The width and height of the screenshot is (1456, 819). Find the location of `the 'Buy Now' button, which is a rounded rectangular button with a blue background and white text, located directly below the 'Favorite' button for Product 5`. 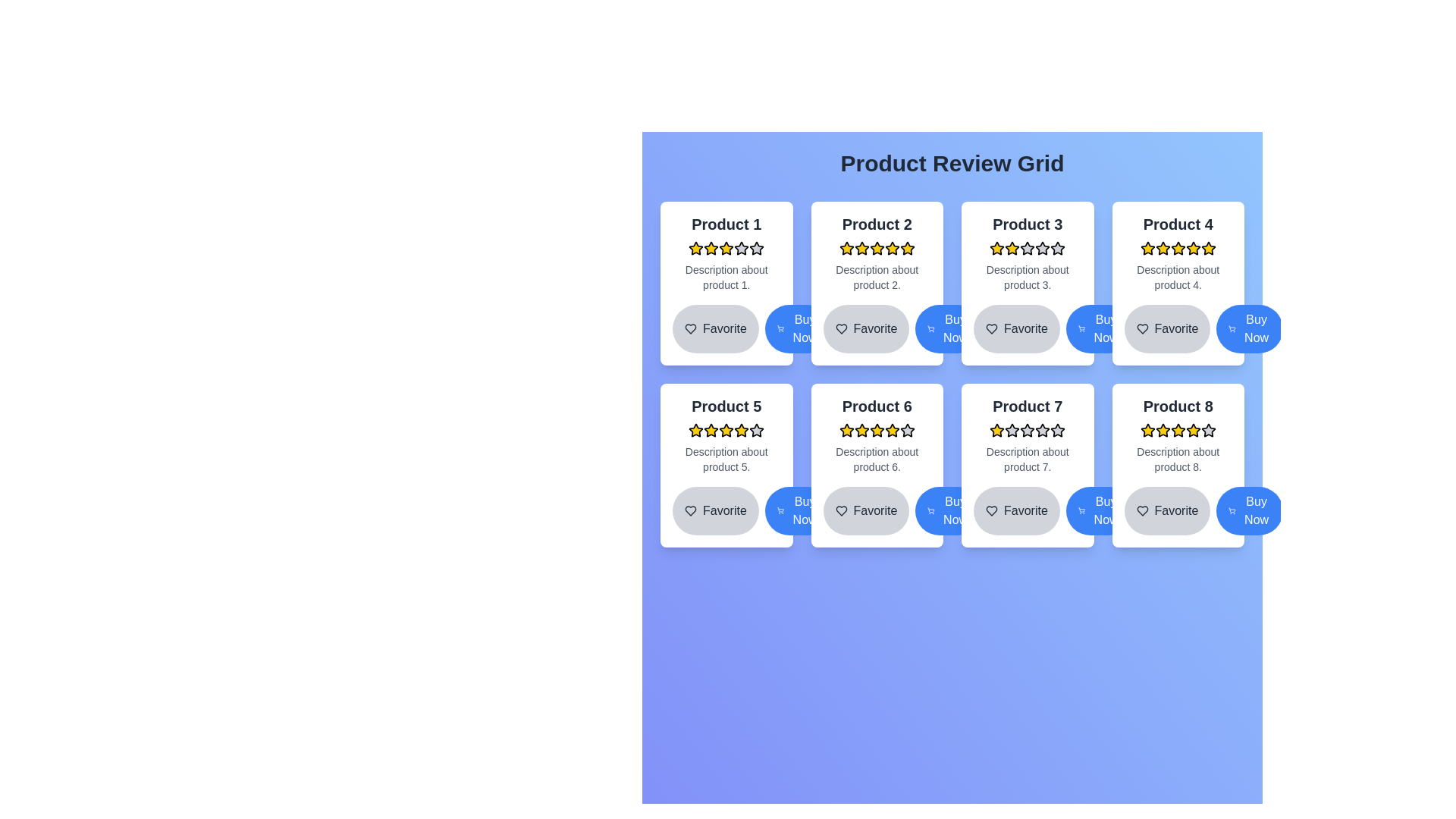

the 'Buy Now' button, which is a rounded rectangular button with a blue background and white text, located directly below the 'Favorite' button for Product 5 is located at coordinates (797, 511).